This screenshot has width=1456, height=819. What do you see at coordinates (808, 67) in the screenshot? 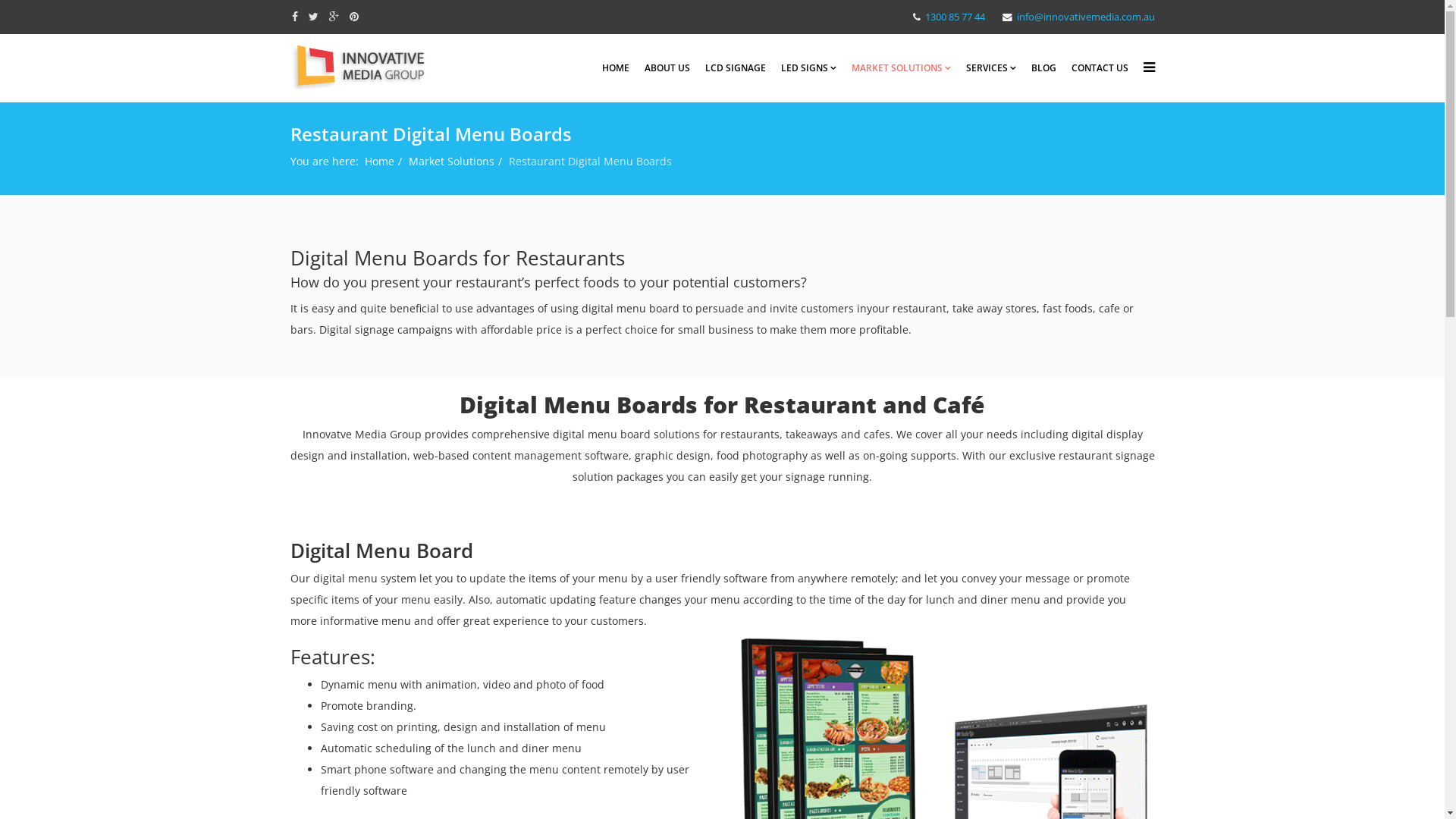
I see `'LED SIGNS'` at bounding box center [808, 67].